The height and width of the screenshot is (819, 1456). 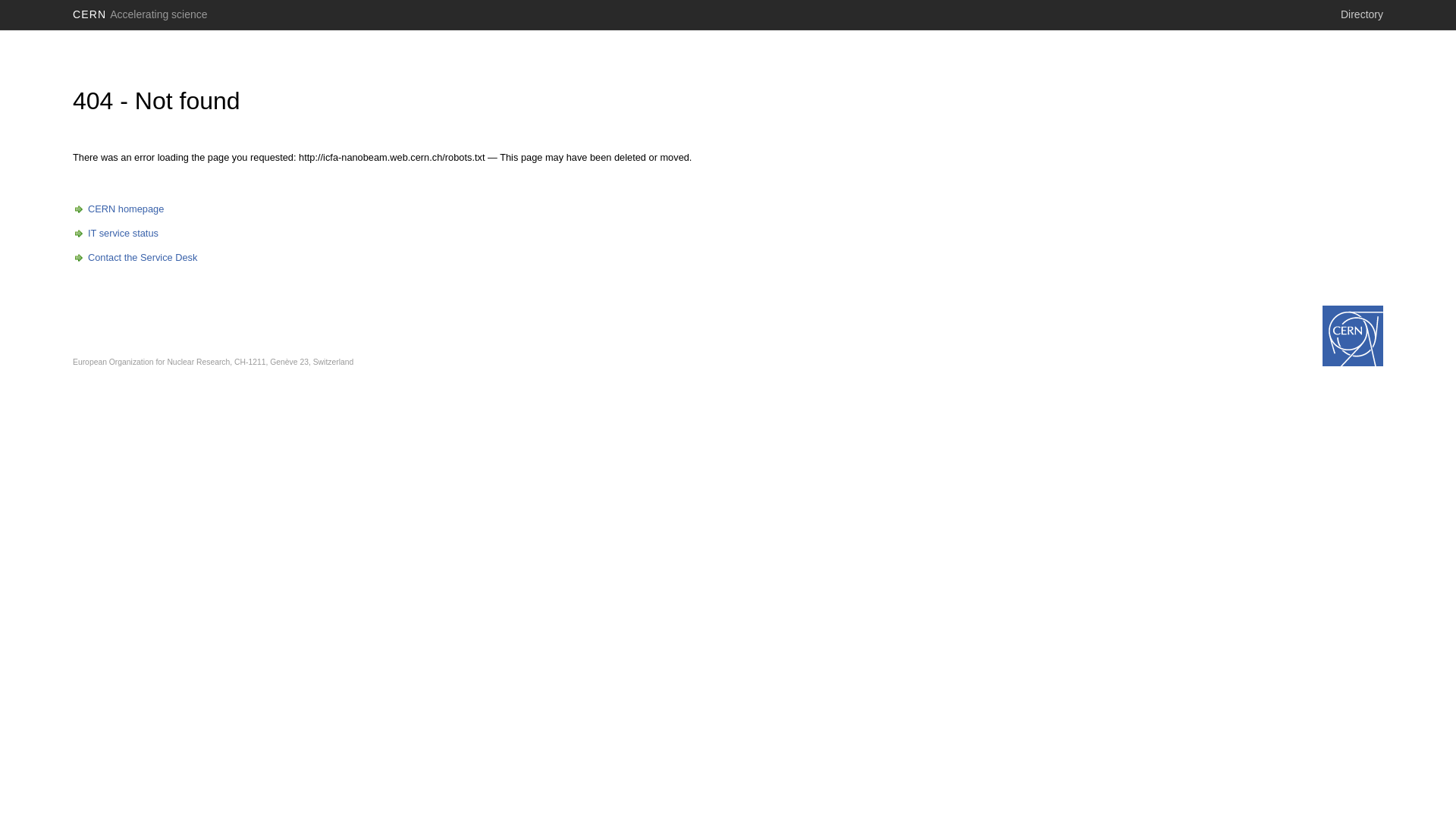 What do you see at coordinates (115, 233) in the screenshot?
I see `'IT service status'` at bounding box center [115, 233].